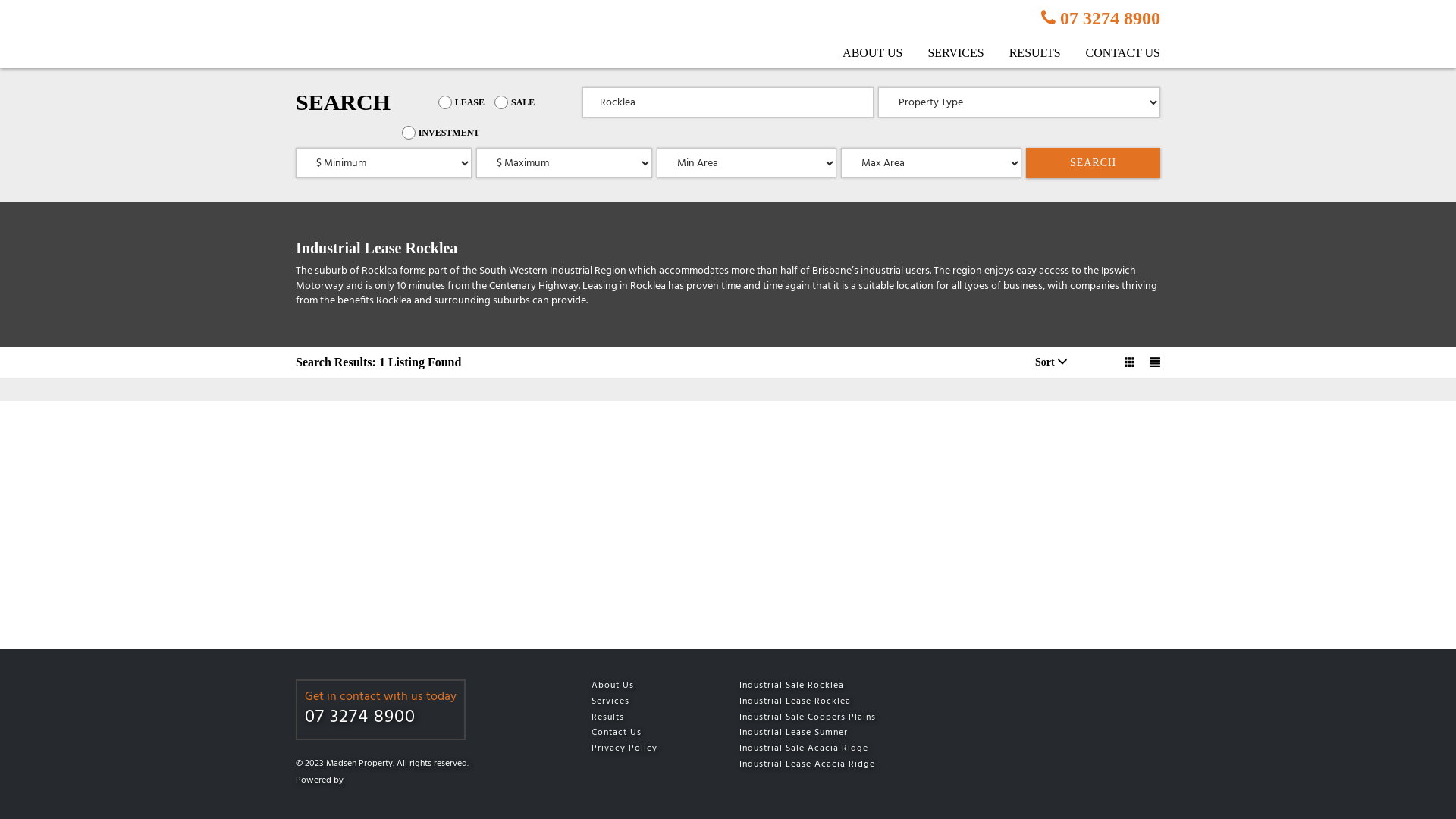 This screenshot has width=1456, height=819. What do you see at coordinates (1111, 52) in the screenshot?
I see `'CONTACT US'` at bounding box center [1111, 52].